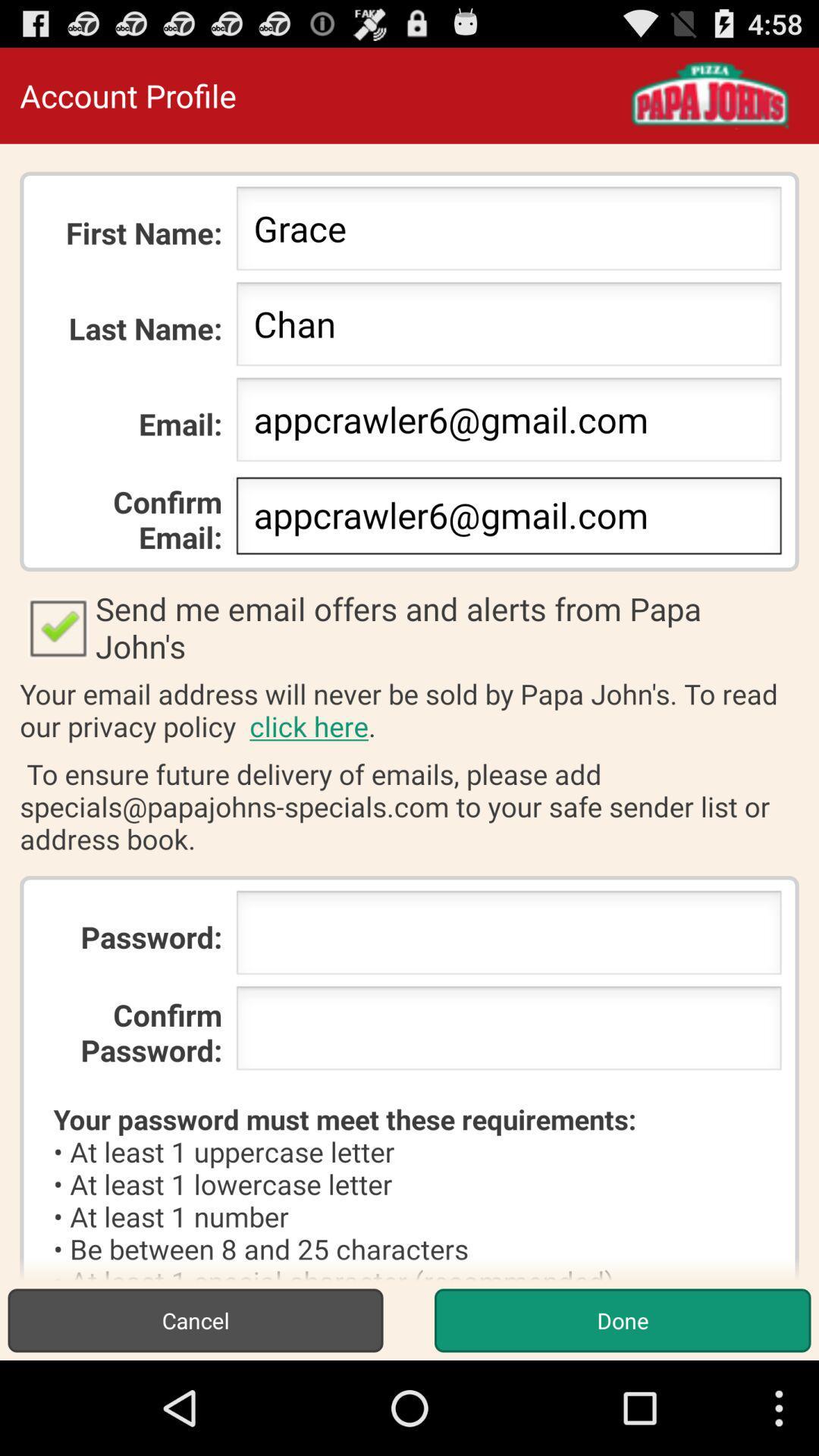  I want to click on icon below the grace item, so click(509, 328).